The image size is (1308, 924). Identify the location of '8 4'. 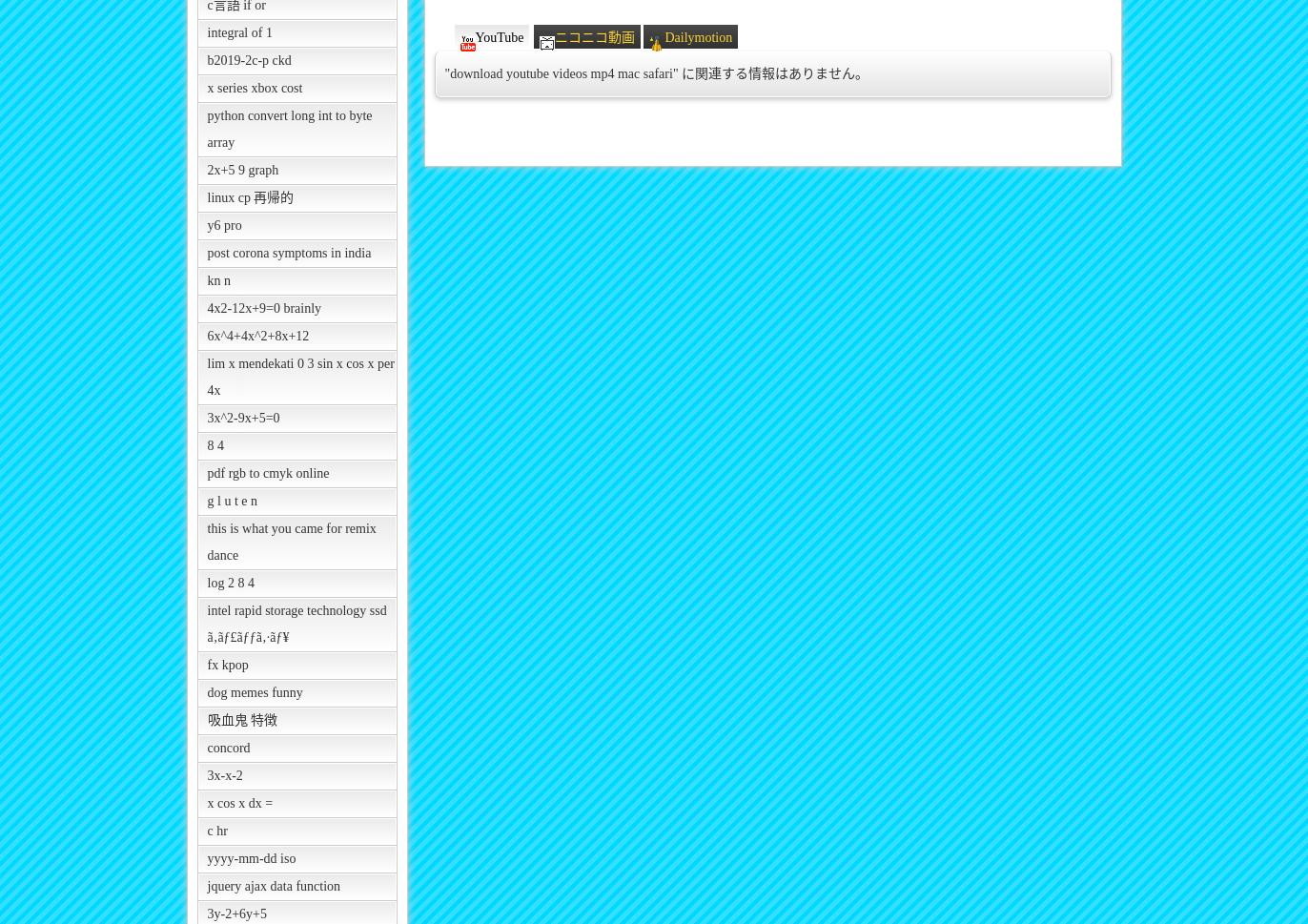
(215, 445).